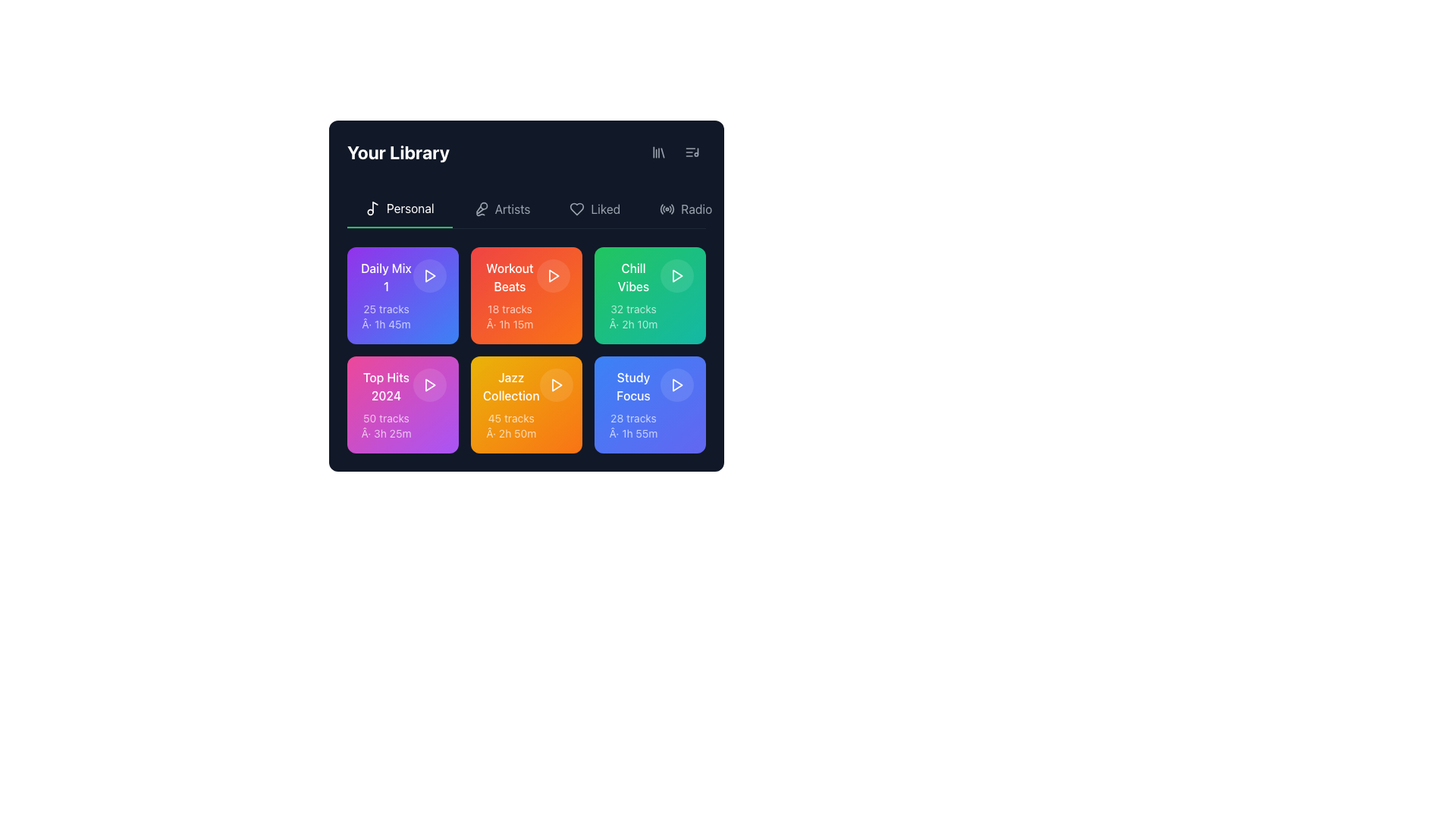 The height and width of the screenshot is (819, 1456). I want to click on the second circular button from the right in the header of the interface, which is likely used, so click(691, 152).